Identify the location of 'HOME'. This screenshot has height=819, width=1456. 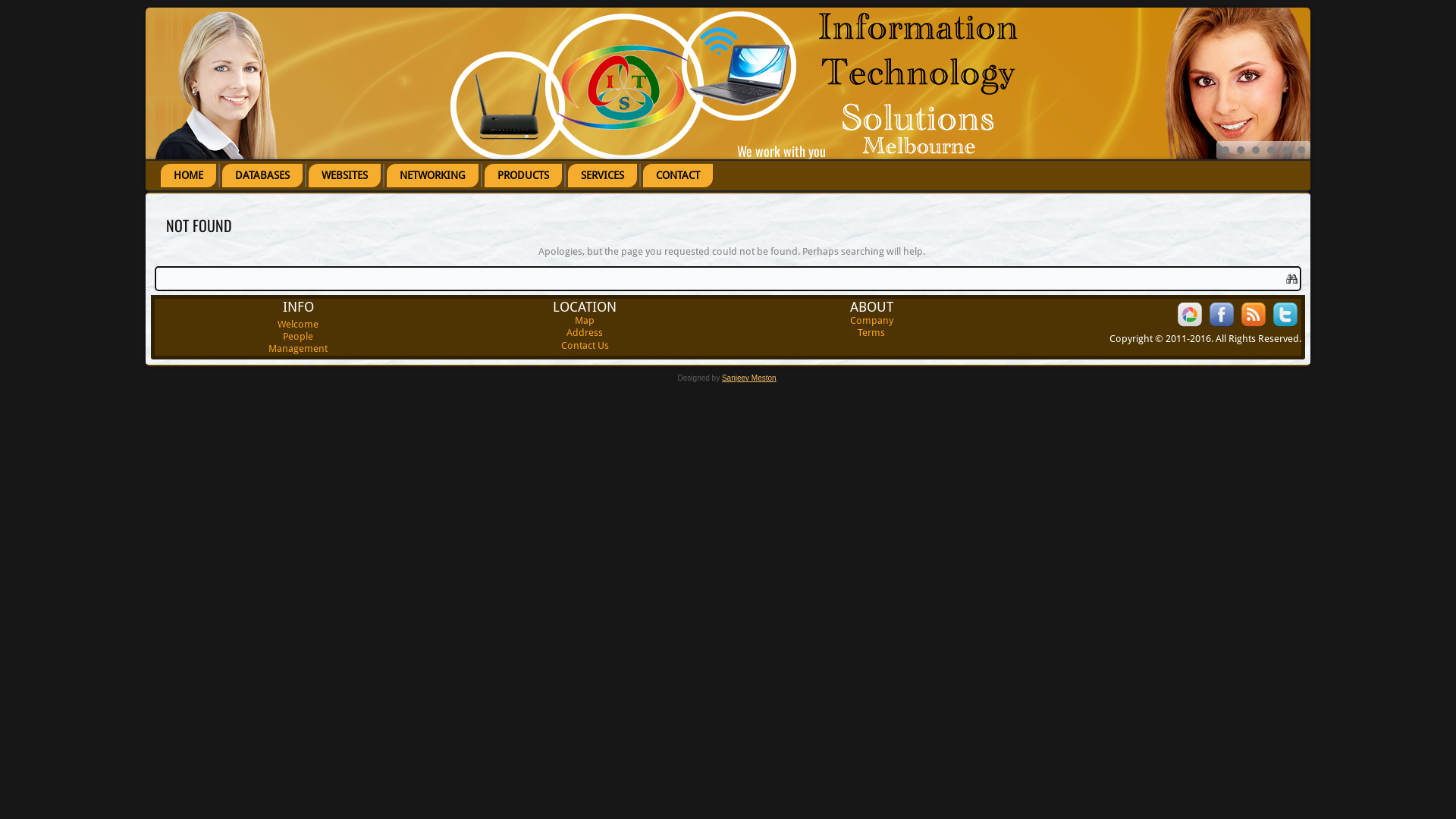
(187, 174).